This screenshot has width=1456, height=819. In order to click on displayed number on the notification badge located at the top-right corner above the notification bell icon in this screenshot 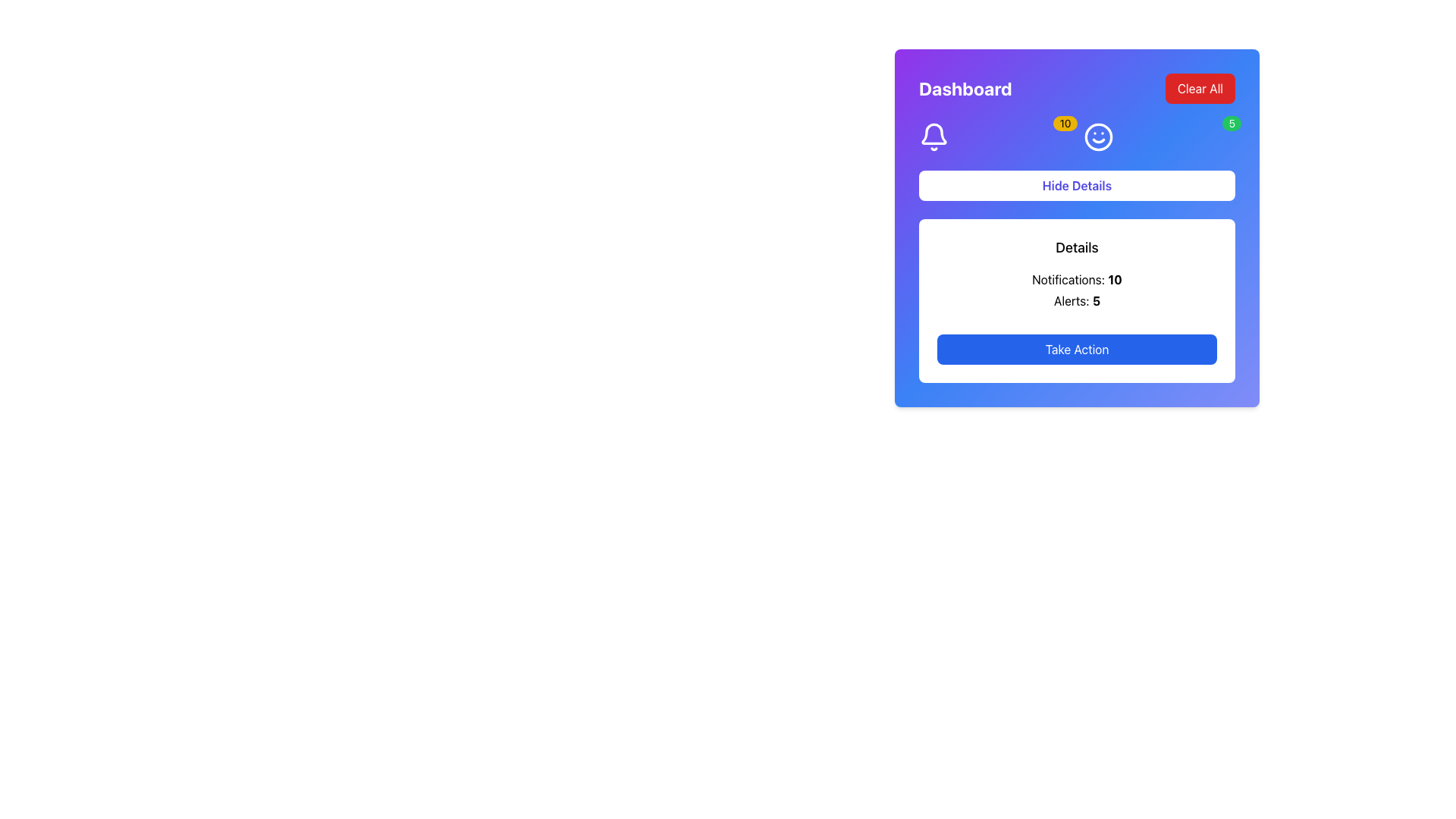, I will do `click(1065, 122)`.